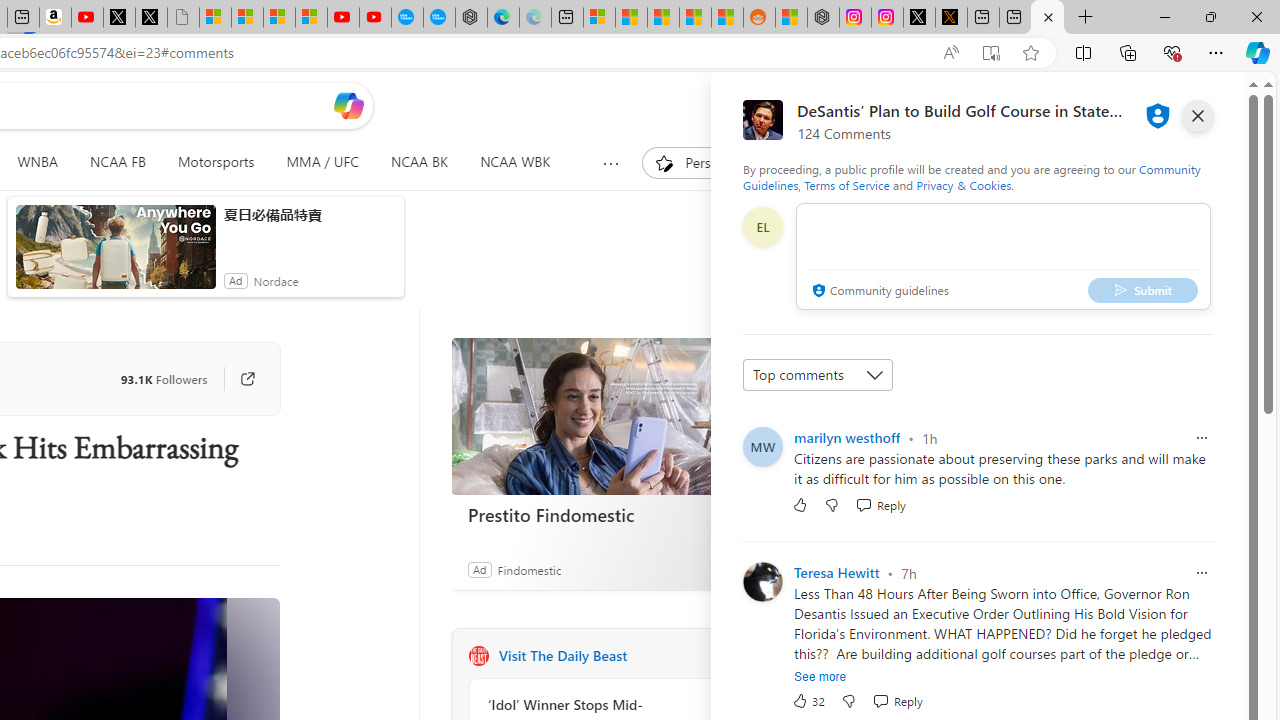 The height and width of the screenshot is (720, 1280). I want to click on 'Microsoft rewards', so click(1137, 105).